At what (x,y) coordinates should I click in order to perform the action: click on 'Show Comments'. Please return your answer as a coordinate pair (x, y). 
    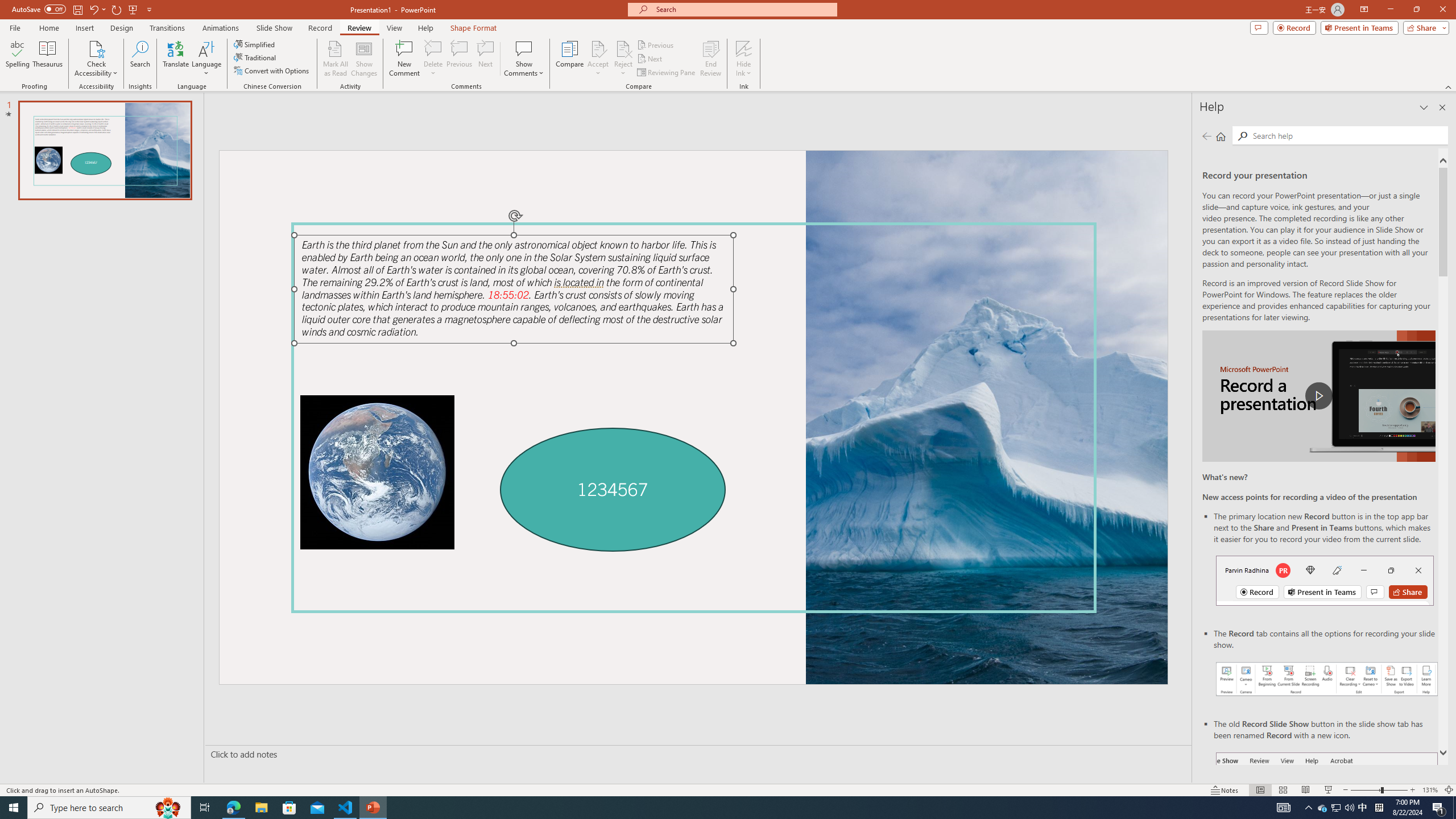
    Looking at the image, I should click on (524, 59).